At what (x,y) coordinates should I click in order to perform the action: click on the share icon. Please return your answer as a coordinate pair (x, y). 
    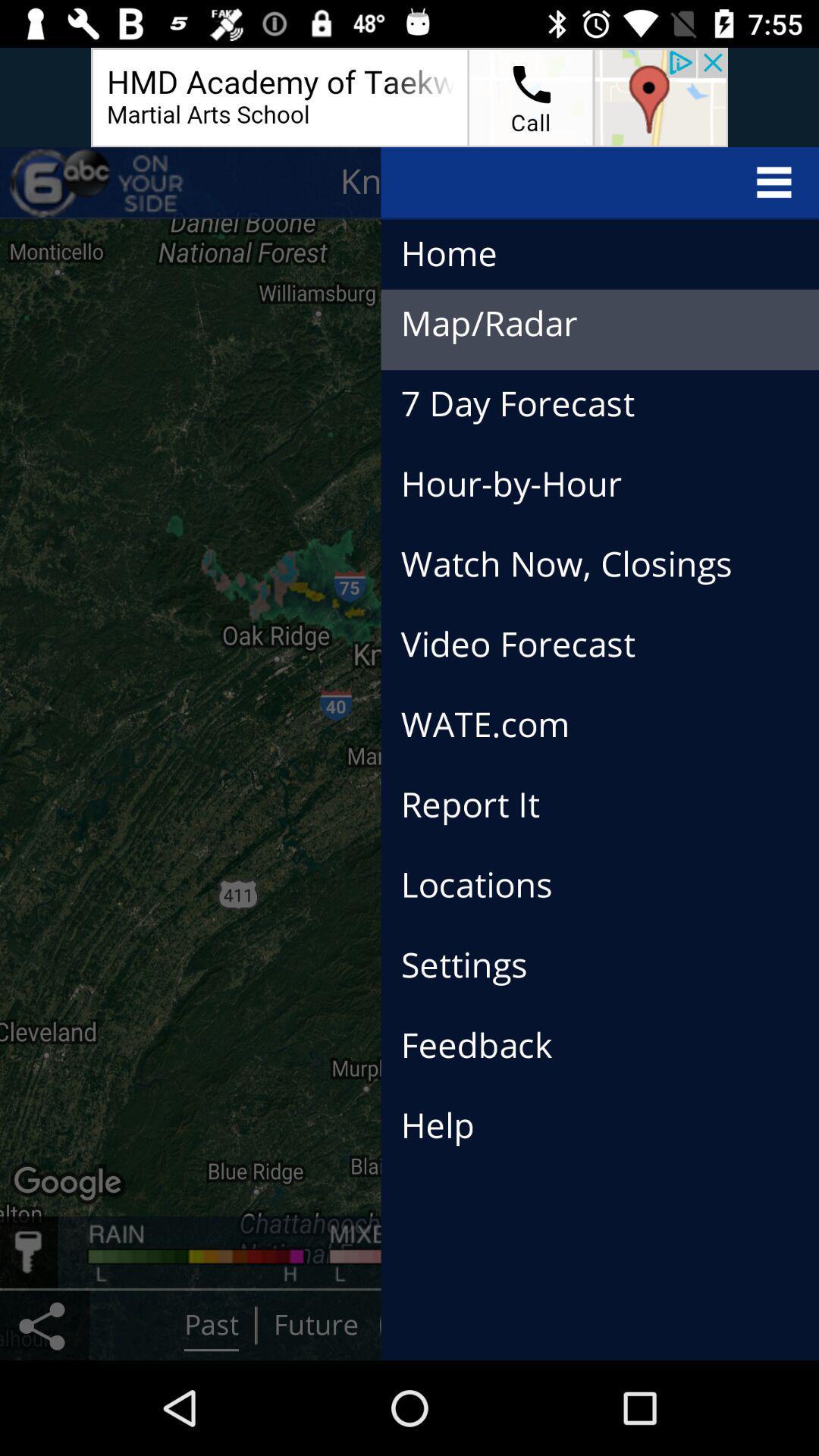
    Looking at the image, I should click on (44, 1324).